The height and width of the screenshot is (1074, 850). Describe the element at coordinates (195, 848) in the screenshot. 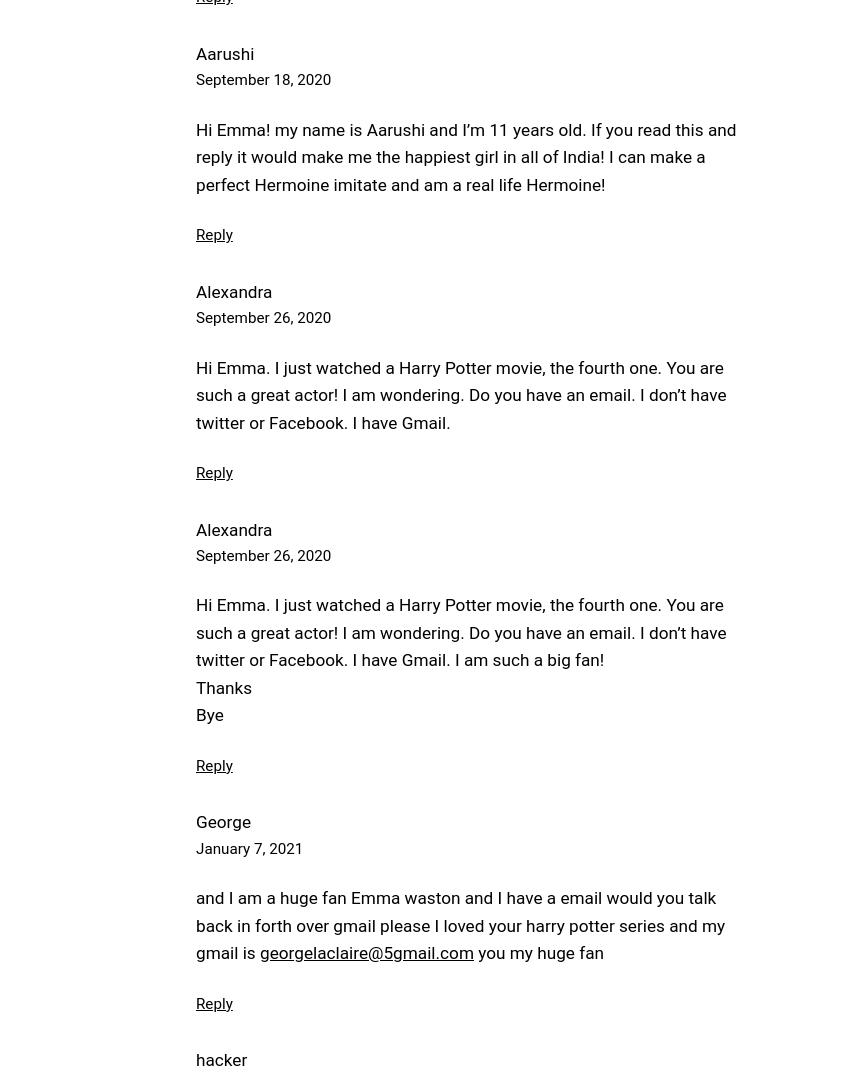

I see `'January 7, 2021'` at that location.